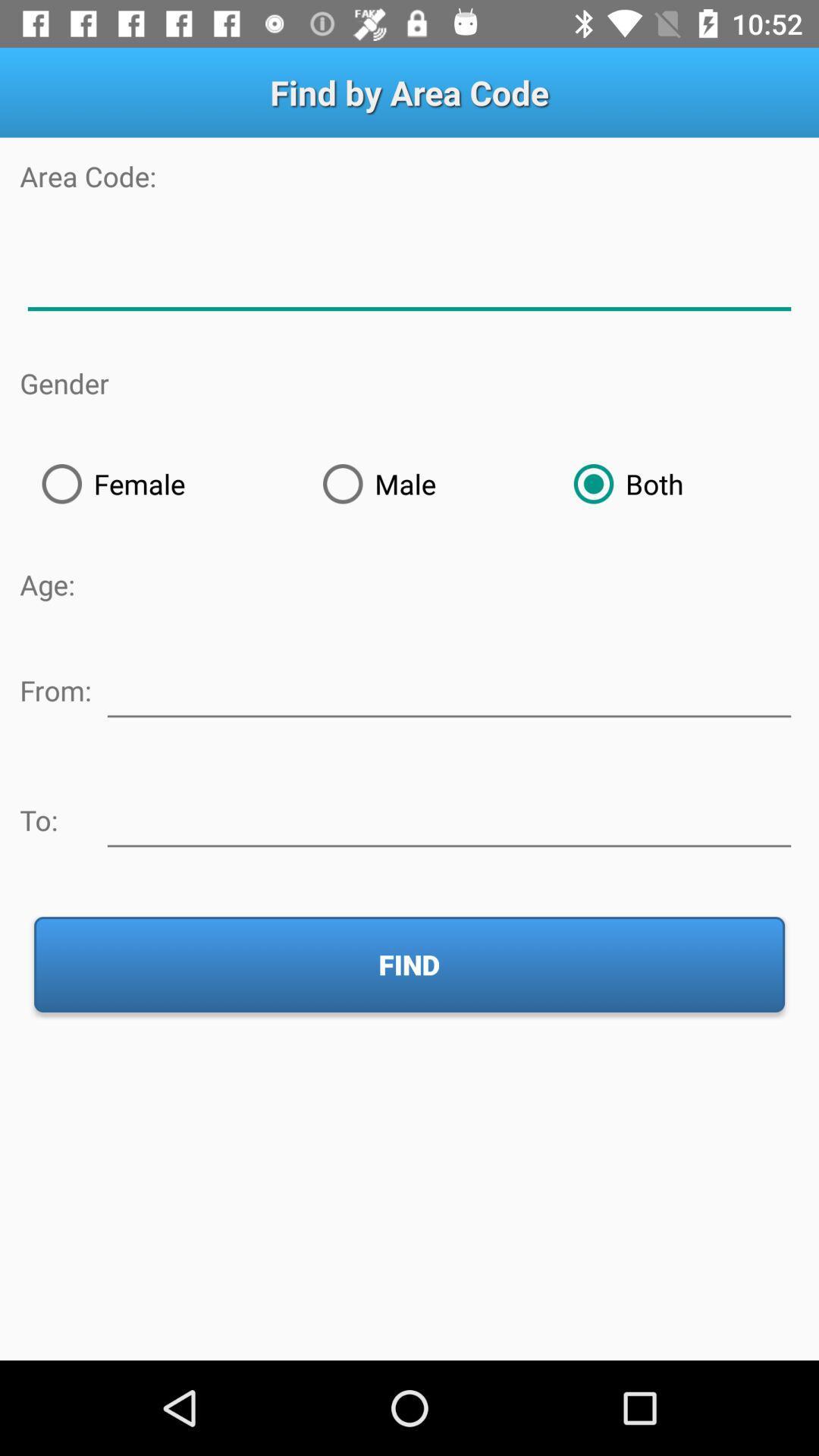  What do you see at coordinates (448, 687) in the screenshot?
I see `allows the user to type in where the person is from` at bounding box center [448, 687].